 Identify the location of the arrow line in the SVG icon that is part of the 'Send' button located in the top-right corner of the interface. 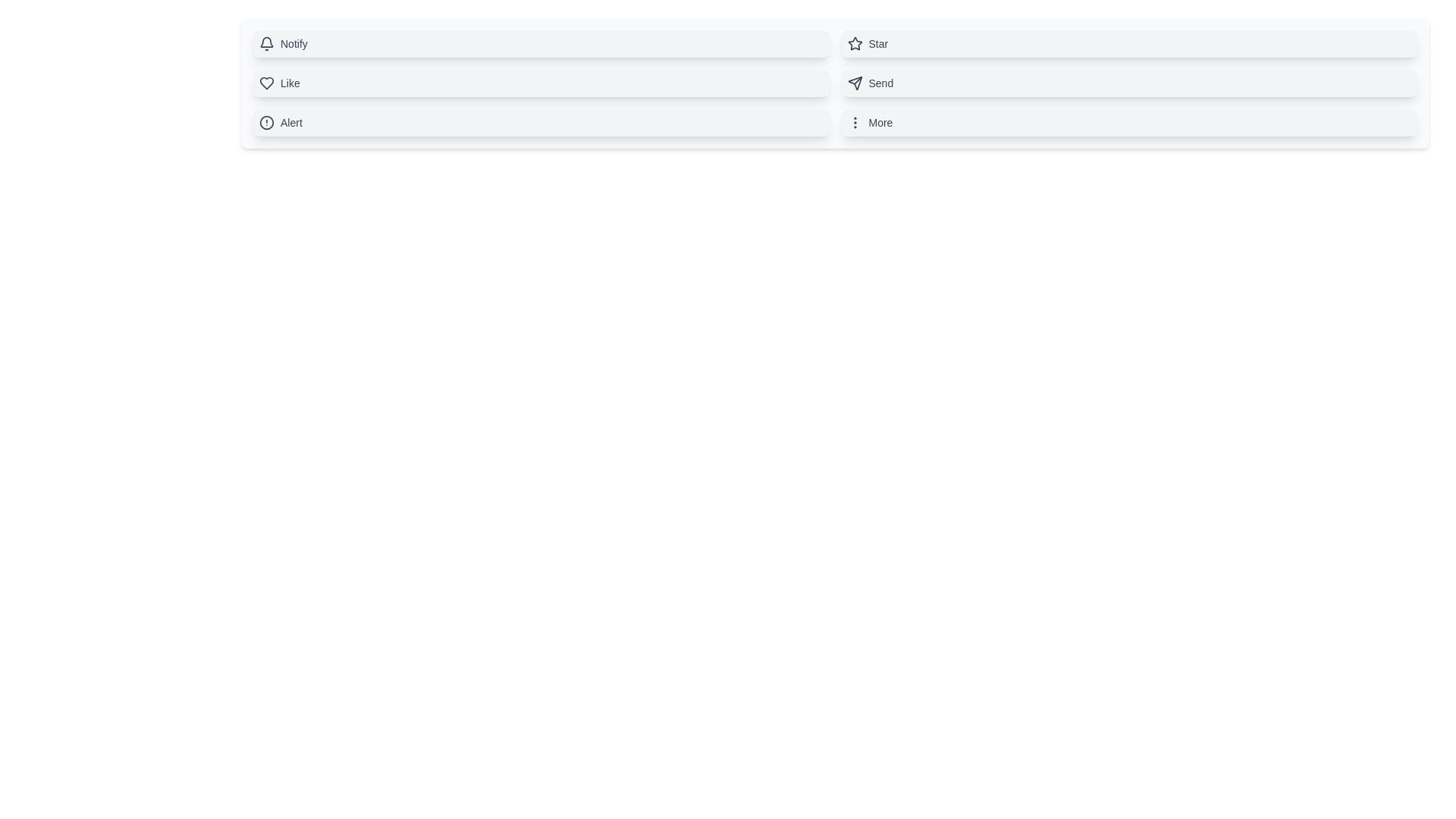
(858, 80).